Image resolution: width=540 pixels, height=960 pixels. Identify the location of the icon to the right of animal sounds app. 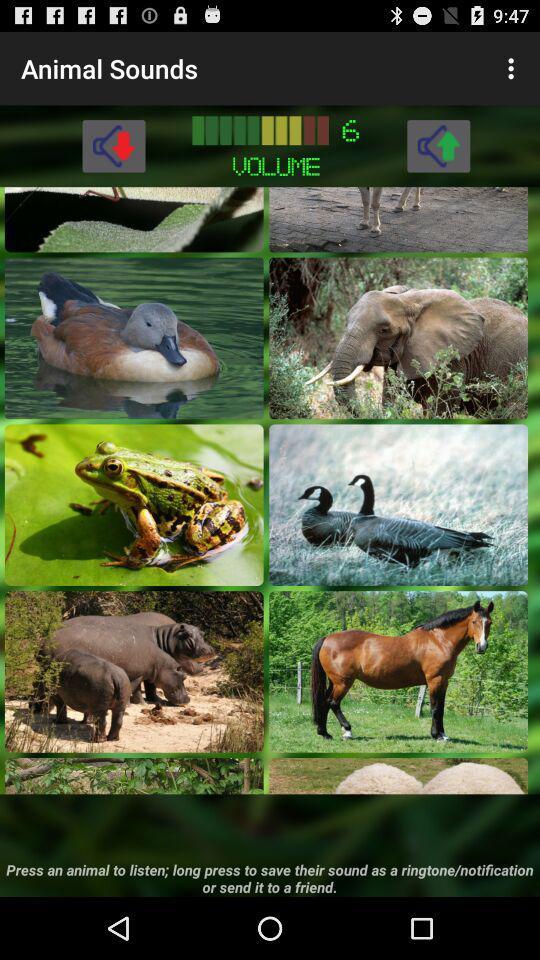
(513, 68).